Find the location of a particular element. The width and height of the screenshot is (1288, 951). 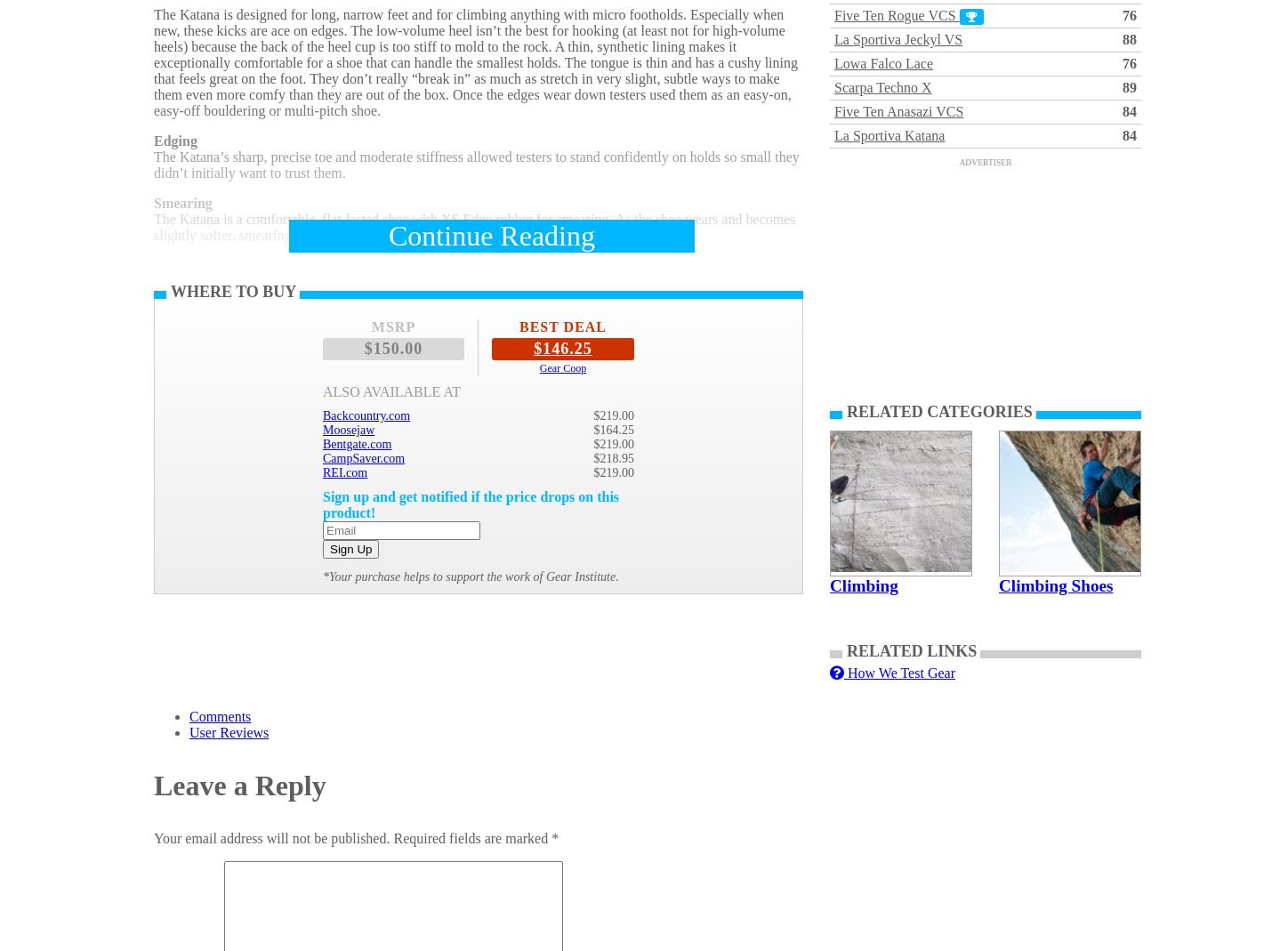

'Climbing' is located at coordinates (864, 584).